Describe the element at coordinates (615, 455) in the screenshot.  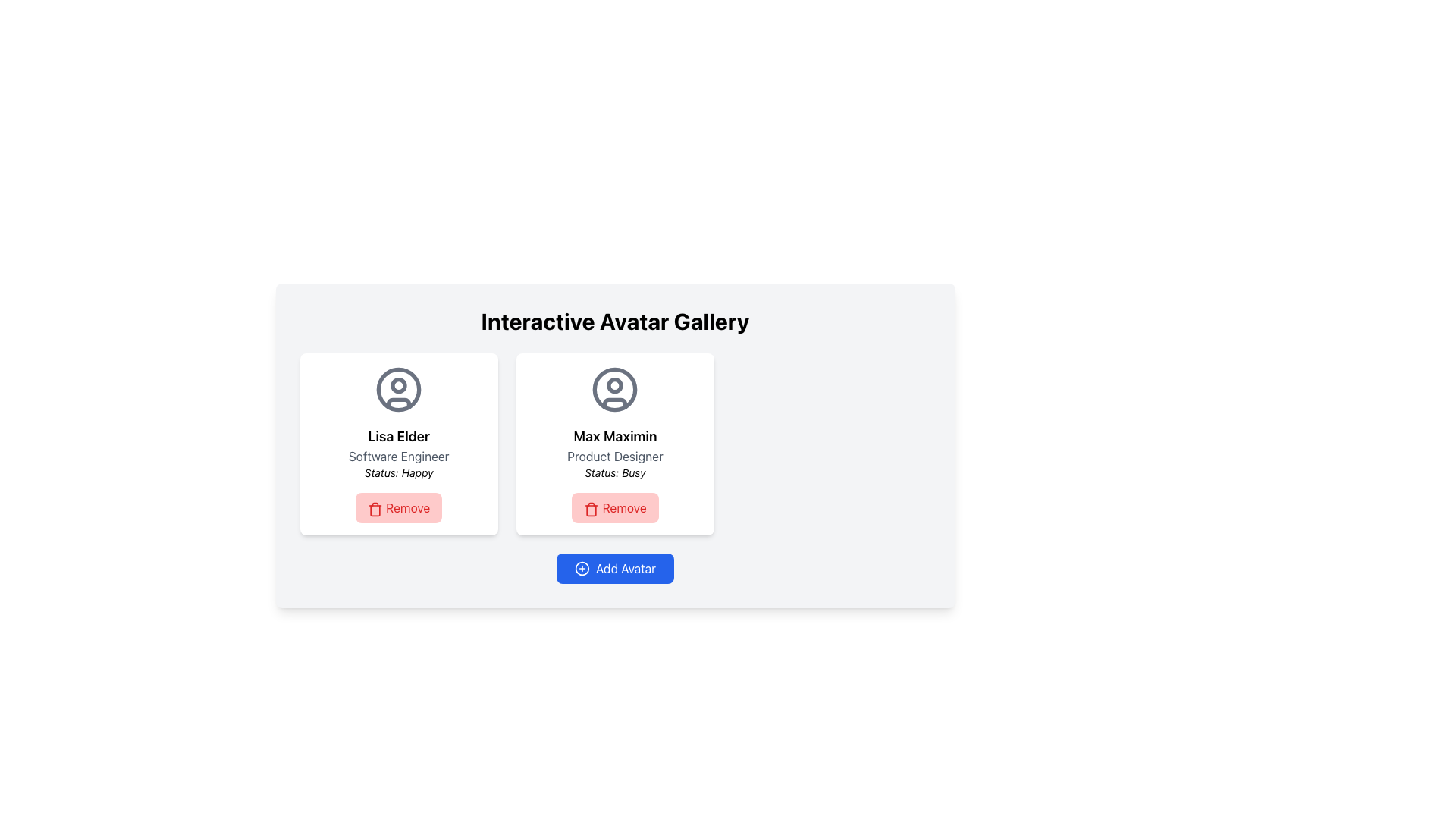
I see `and copy the text 'Product Designer' from the second text label in the profile card for 'Max Maximin'` at that location.